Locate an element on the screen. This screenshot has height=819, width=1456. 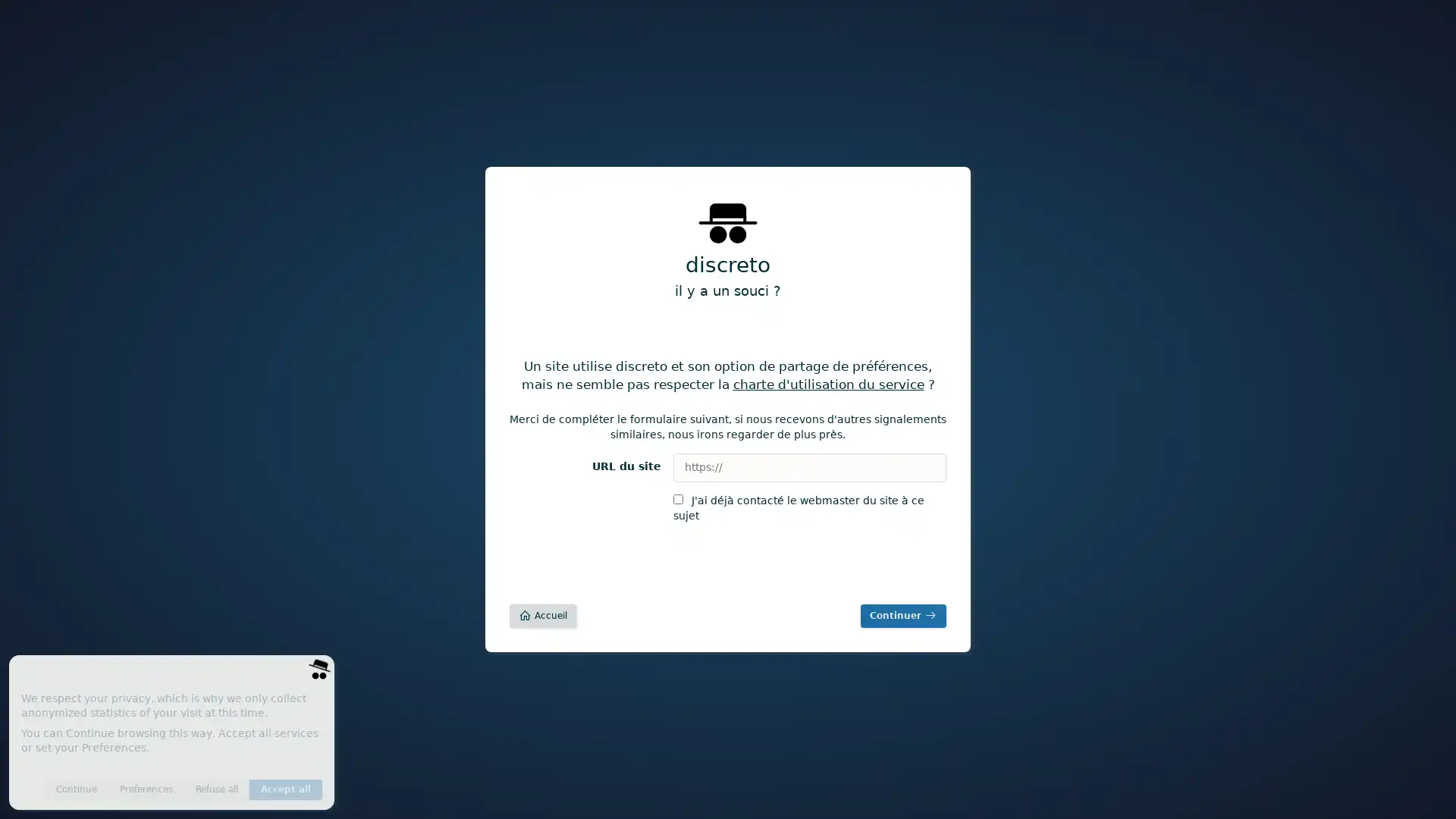
Save is located at coordinates (298, 795).